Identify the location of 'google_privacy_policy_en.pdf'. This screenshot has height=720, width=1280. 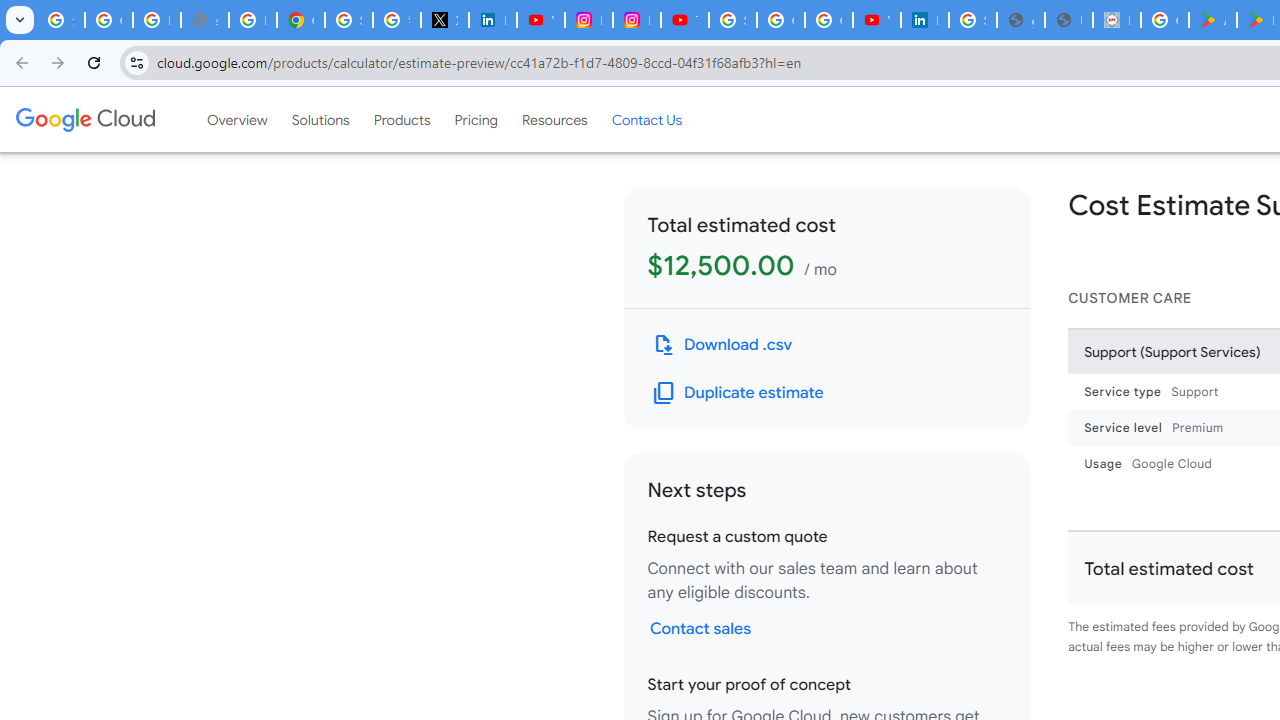
(1020, 20).